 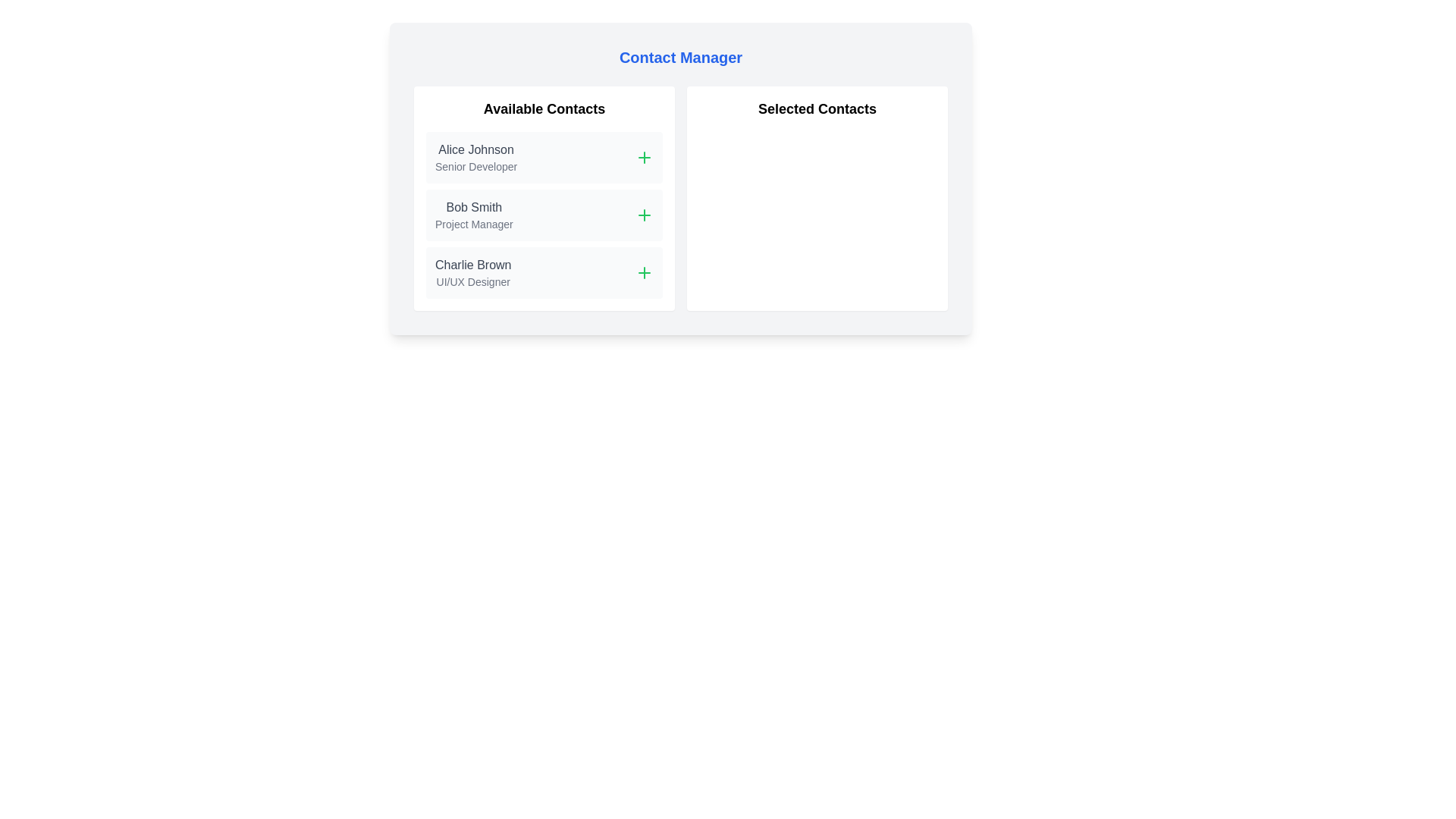 I want to click on the text label displaying the name of a contact in the 'Available Contacts' list, which is the third item above the 'UI/UX Designer' label, so click(x=472, y=265).